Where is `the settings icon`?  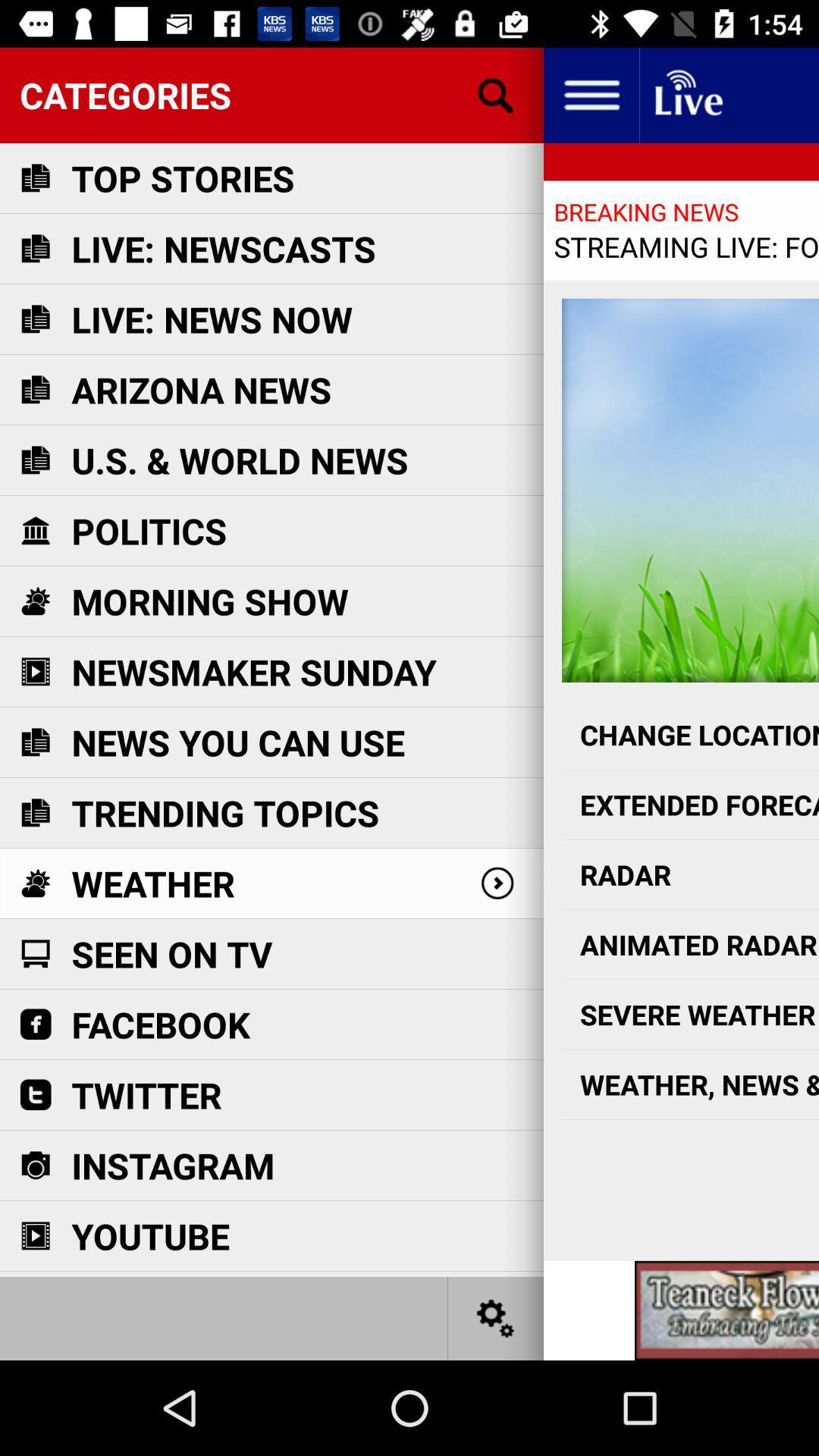
the settings icon is located at coordinates (496, 1317).